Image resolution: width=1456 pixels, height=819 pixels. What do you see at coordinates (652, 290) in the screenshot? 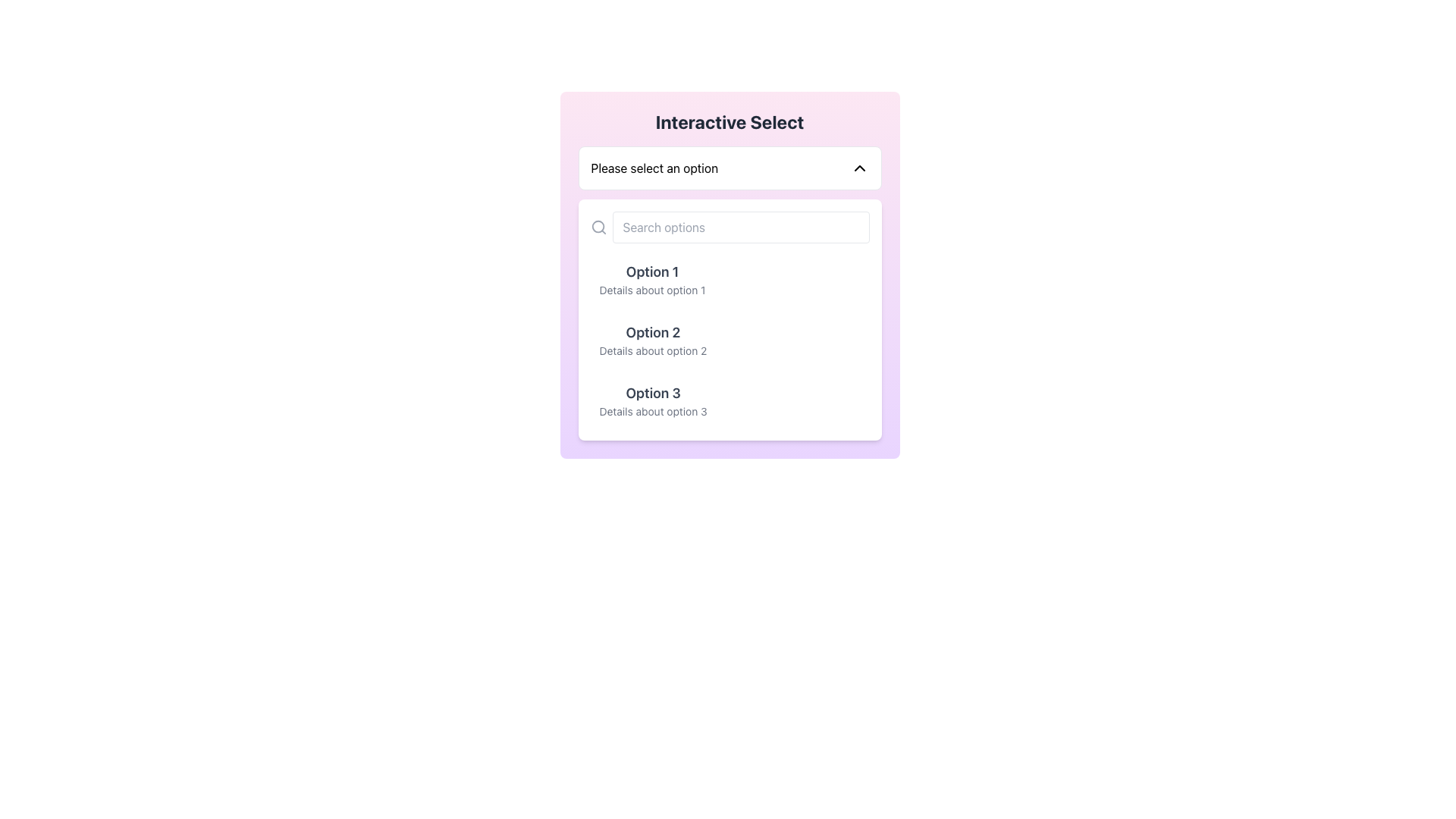
I see `the text label reading 'Details about option 1' which is styled in a smaller font and light-gray color, positioned beneath the bold 'Option 1' title within the interactive select menu` at bounding box center [652, 290].